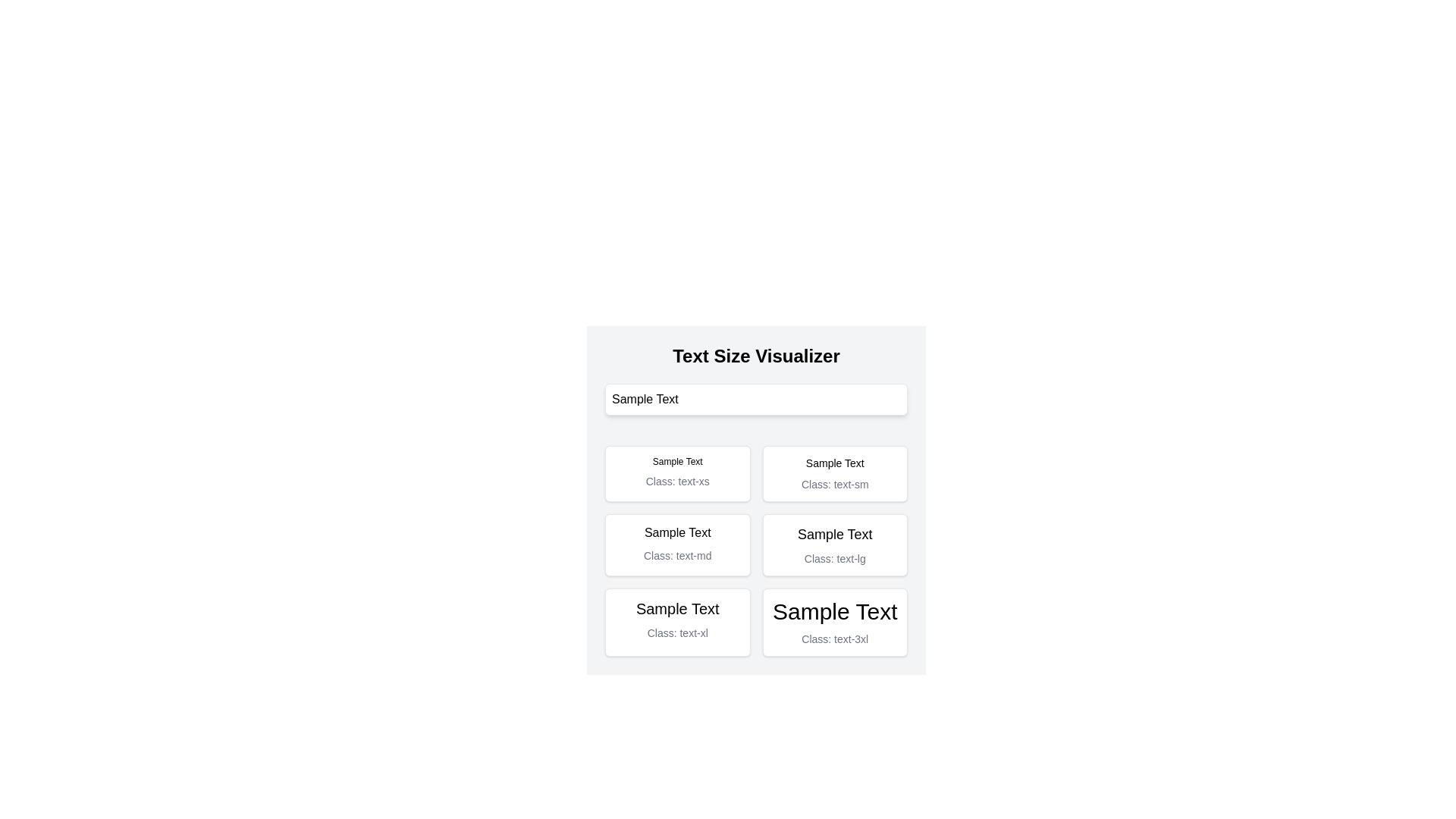  What do you see at coordinates (676, 544) in the screenshot?
I see `the rectangular card with a white background that contains the texts 'Sample Text' and 'Class: text-md', located in the second row, first column of the grid` at bounding box center [676, 544].